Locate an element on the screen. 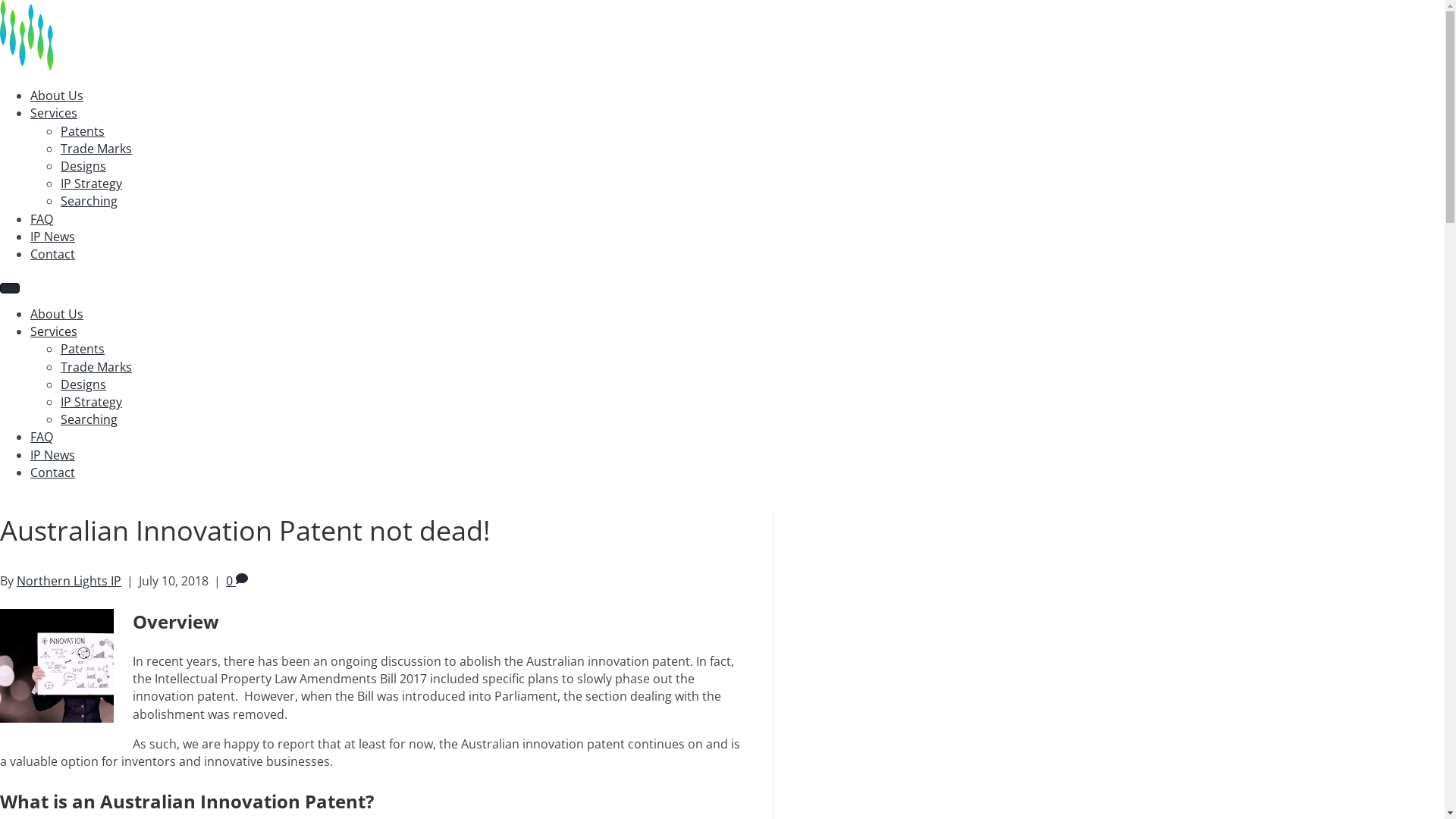 The height and width of the screenshot is (819, 1456). 'Logo_Northern_Lights_IP' is located at coordinates (75, 34).